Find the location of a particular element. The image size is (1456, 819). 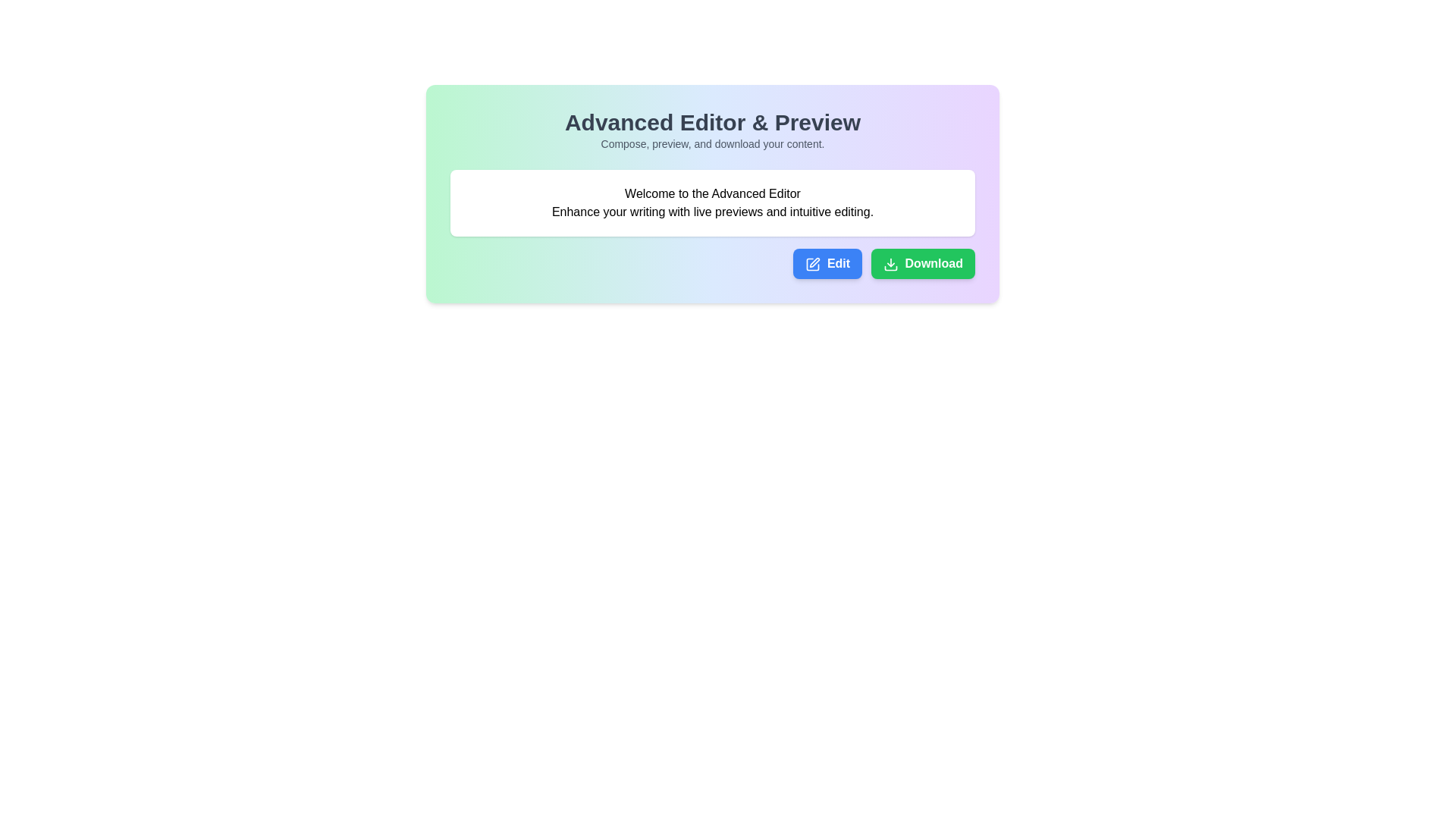

the static text block that reads 'Enhance your writing with live previews and intuitive editing.' It is located directly below the header 'Welcome to the Advanced Editor' within a white rectangular area is located at coordinates (712, 212).